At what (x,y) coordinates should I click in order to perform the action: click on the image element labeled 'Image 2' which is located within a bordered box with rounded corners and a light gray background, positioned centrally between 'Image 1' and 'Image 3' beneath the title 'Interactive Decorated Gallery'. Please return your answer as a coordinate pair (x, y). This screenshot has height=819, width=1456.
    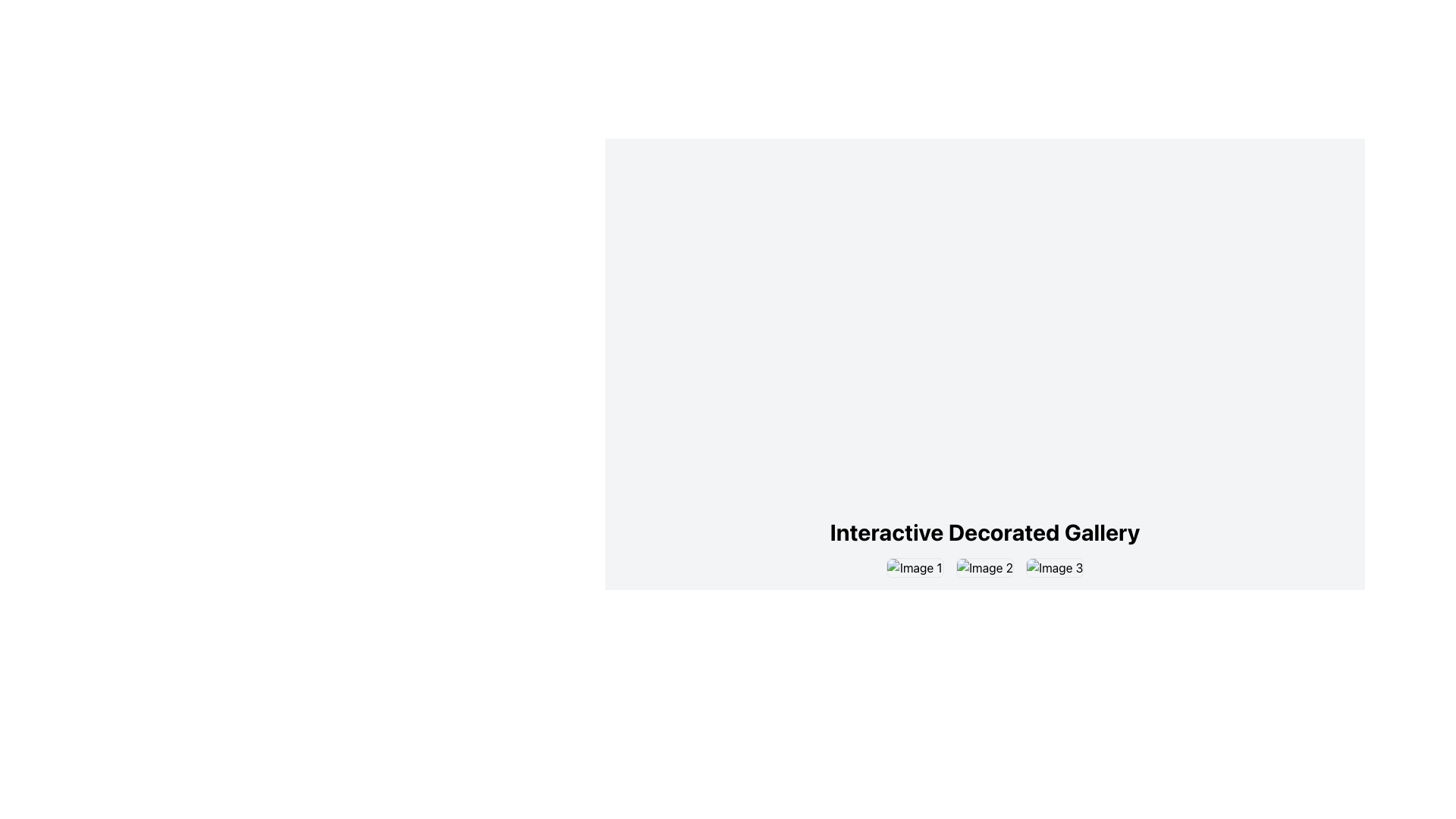
    Looking at the image, I should click on (985, 567).